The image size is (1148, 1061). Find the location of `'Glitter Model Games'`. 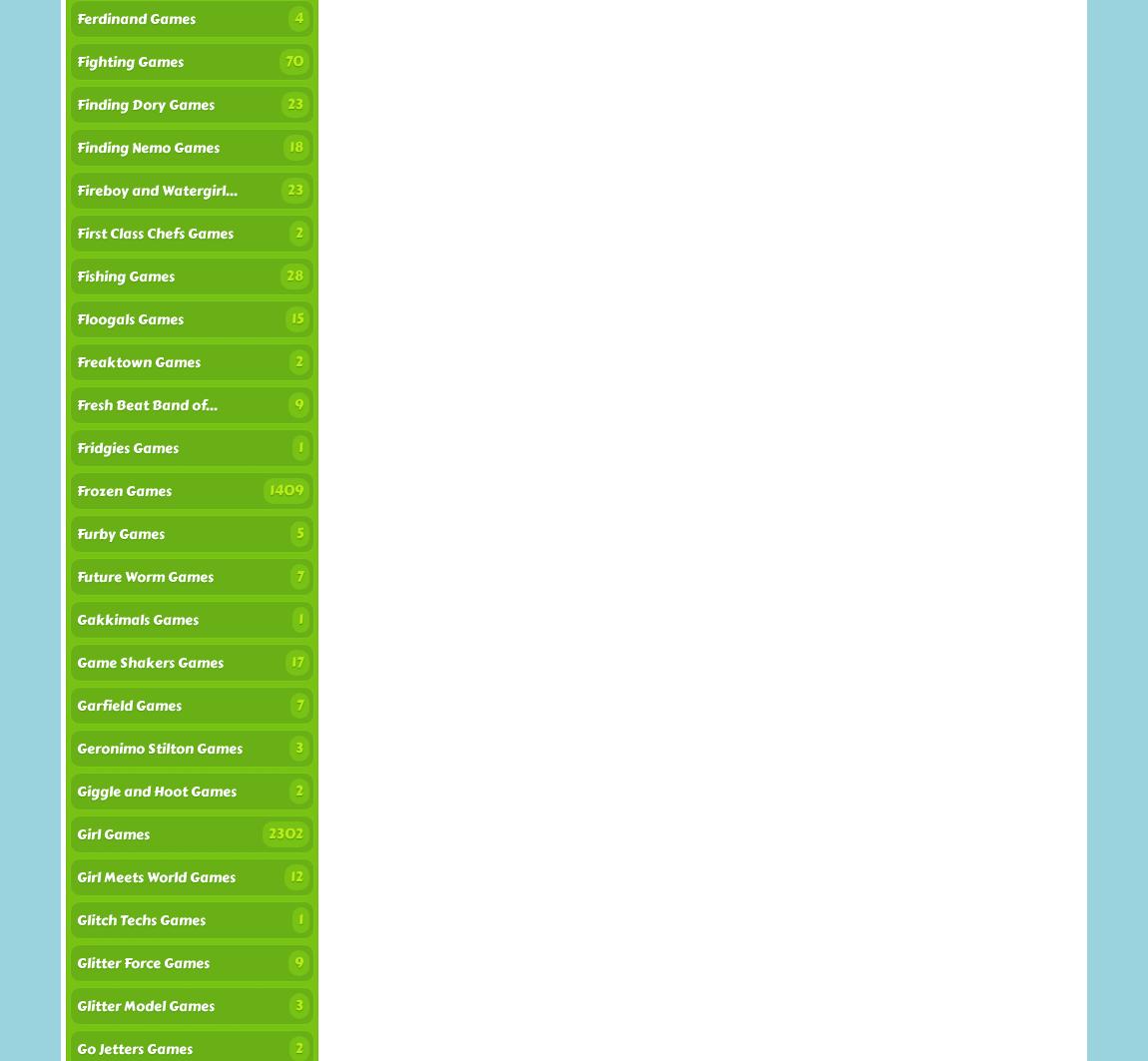

'Glitter Model Games' is located at coordinates (145, 1005).